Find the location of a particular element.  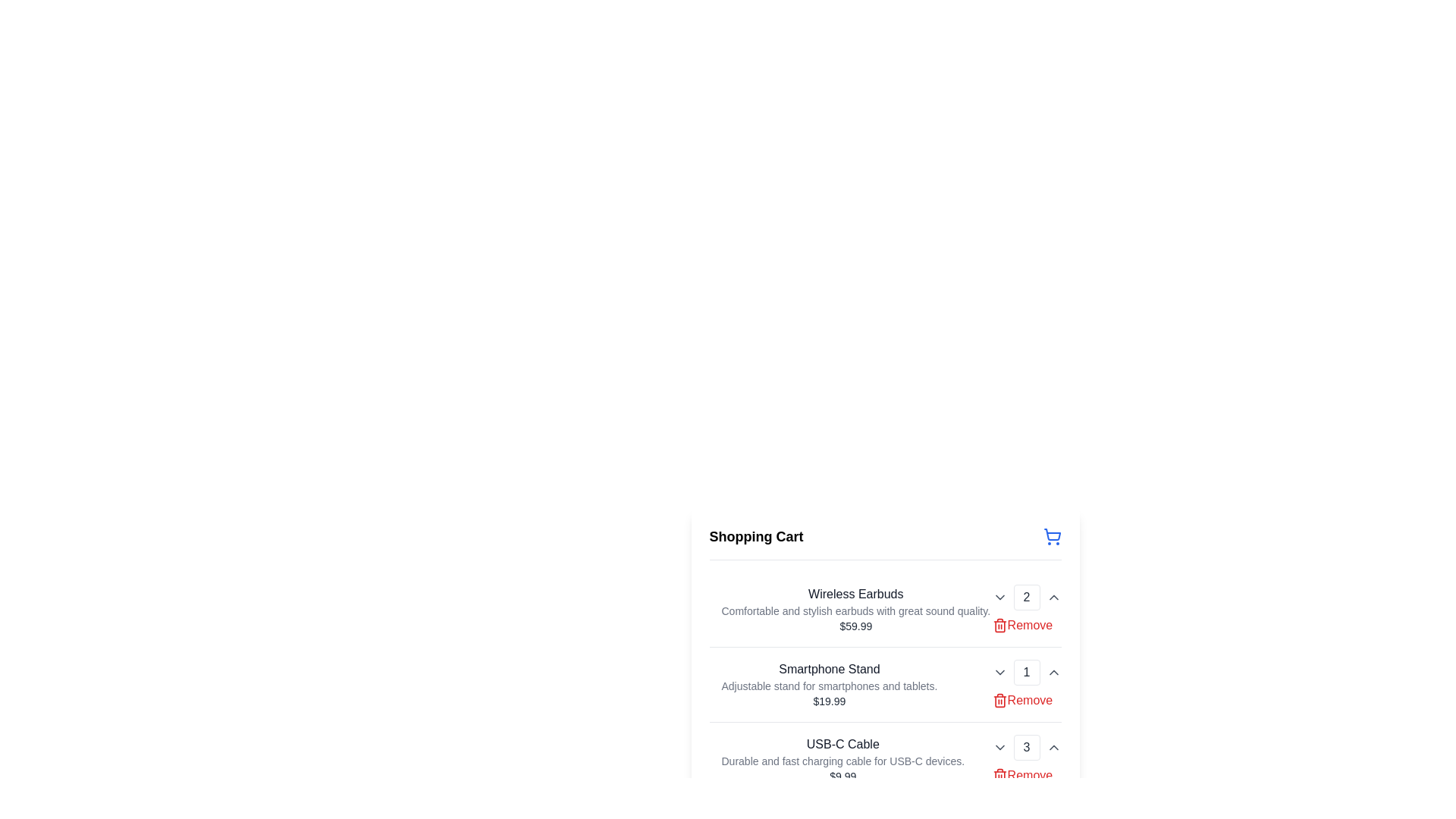

the descriptive text element displaying 'Durable and fast charging cable for USB-C devices.' located under the product title 'USB-C Cable' and above the price '$9.99' is located at coordinates (842, 761).